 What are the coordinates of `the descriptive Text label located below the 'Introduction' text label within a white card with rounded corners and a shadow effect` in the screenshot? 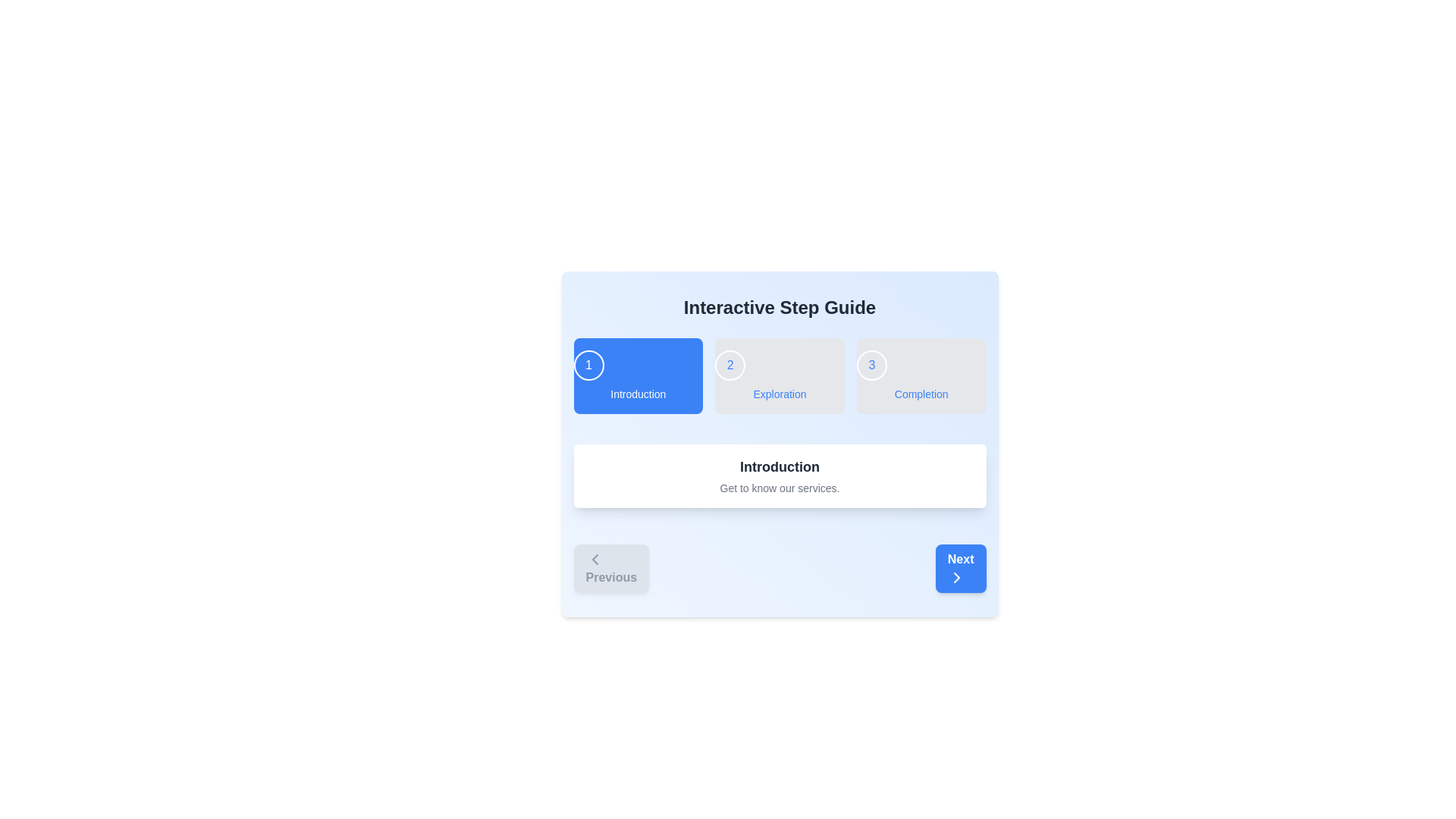 It's located at (780, 488).